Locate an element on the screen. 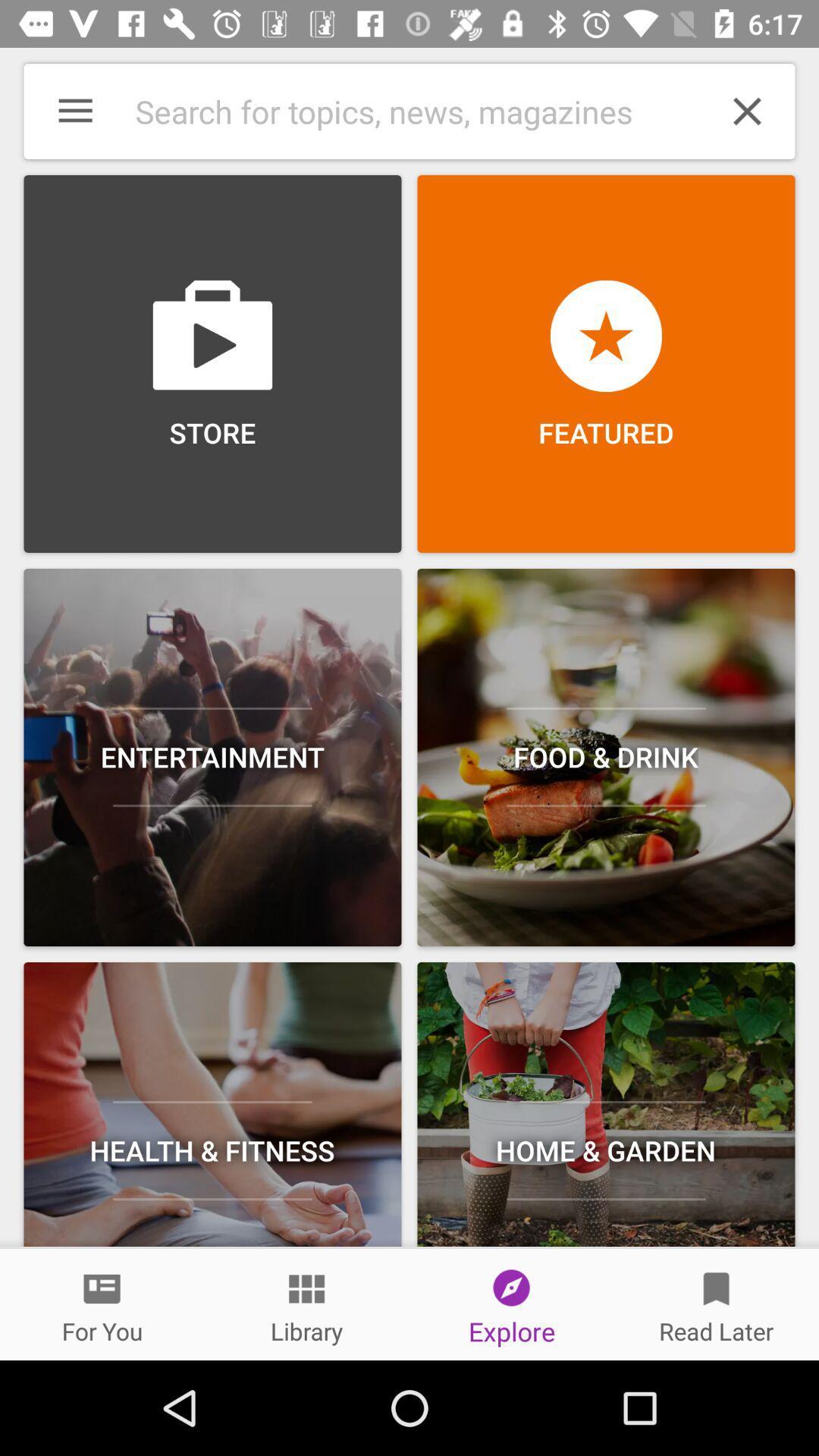 The height and width of the screenshot is (1456, 819). the close button on the web page is located at coordinates (747, 111).